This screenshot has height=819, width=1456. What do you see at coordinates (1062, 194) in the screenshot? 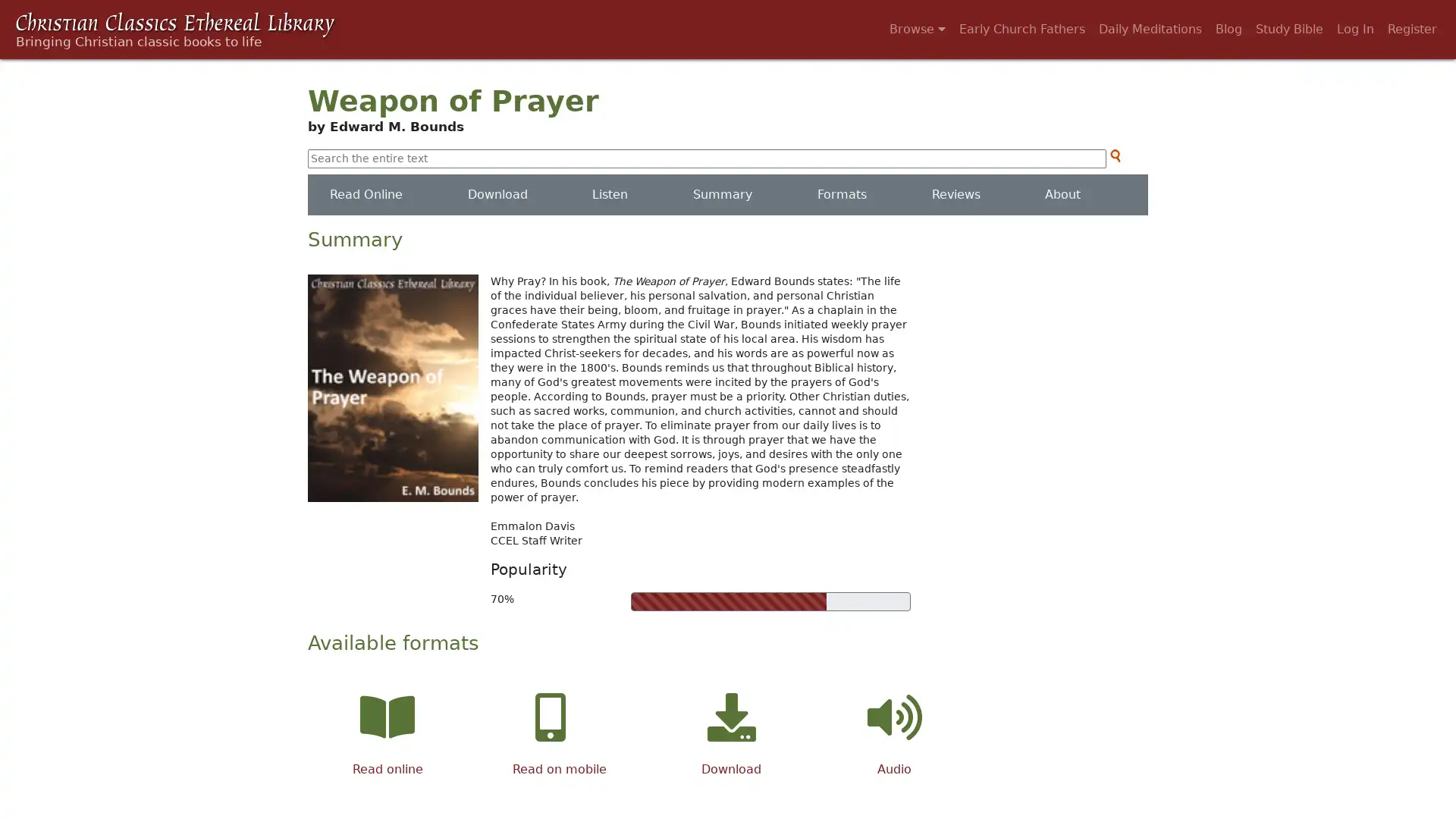
I see `About` at bounding box center [1062, 194].